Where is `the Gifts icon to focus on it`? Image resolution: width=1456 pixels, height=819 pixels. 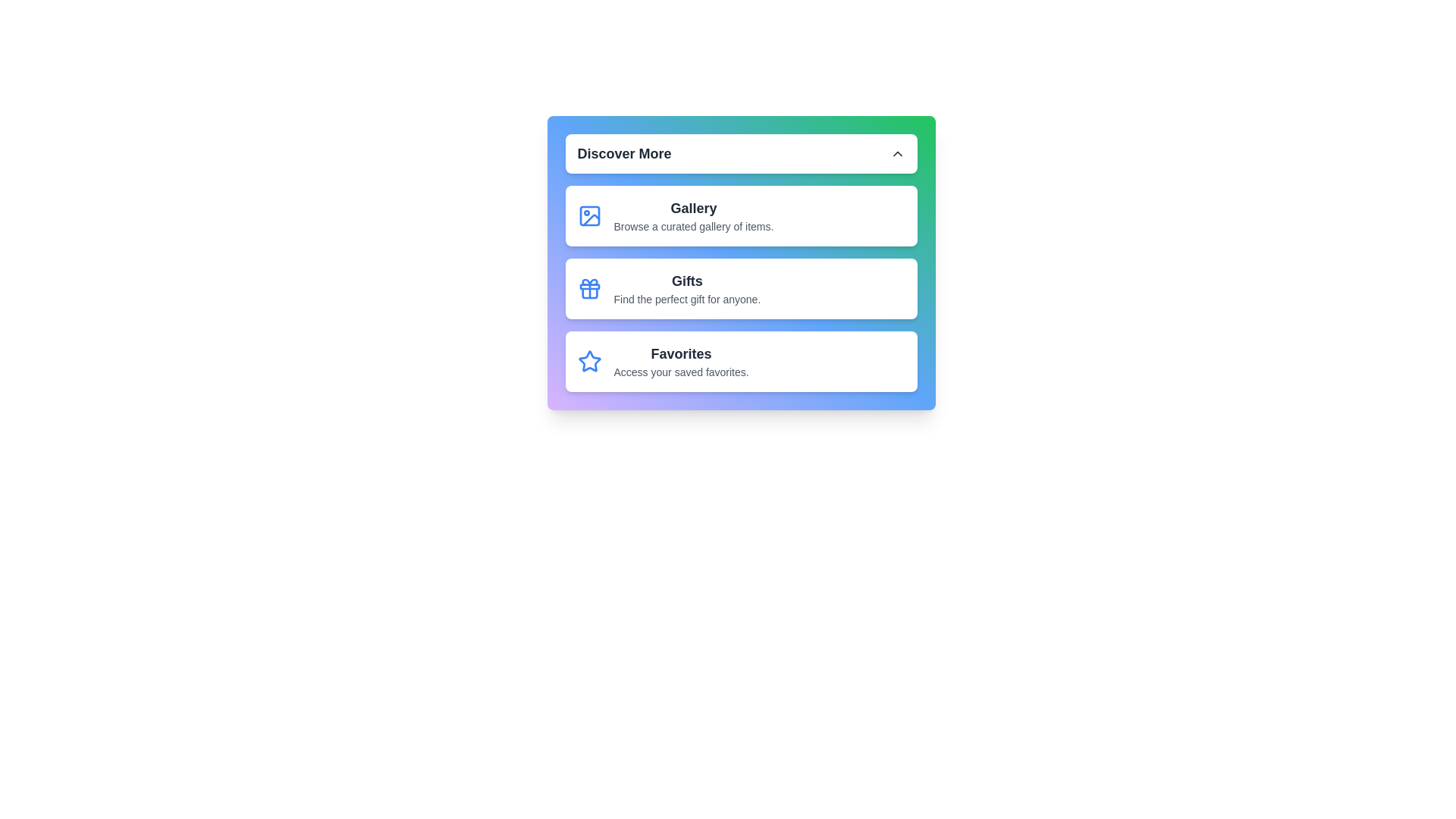 the Gifts icon to focus on it is located at coordinates (588, 289).